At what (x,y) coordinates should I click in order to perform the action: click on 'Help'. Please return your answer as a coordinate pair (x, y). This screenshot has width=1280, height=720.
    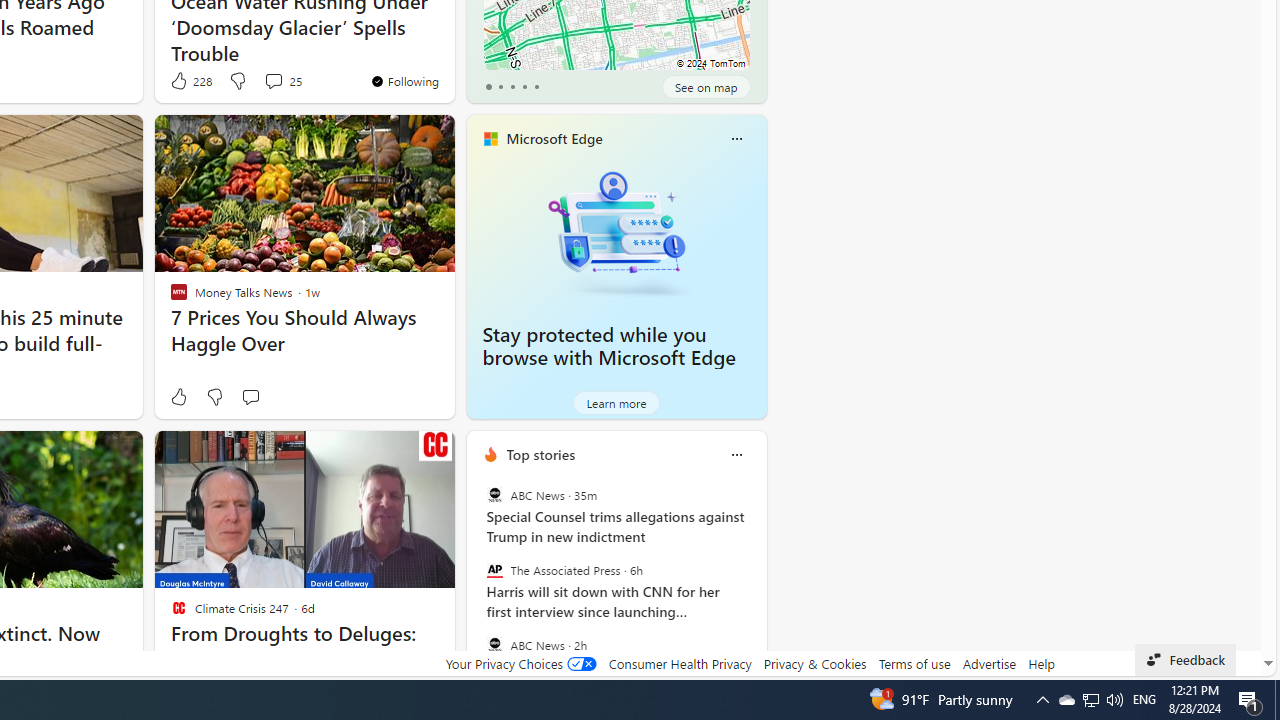
    Looking at the image, I should click on (1040, 663).